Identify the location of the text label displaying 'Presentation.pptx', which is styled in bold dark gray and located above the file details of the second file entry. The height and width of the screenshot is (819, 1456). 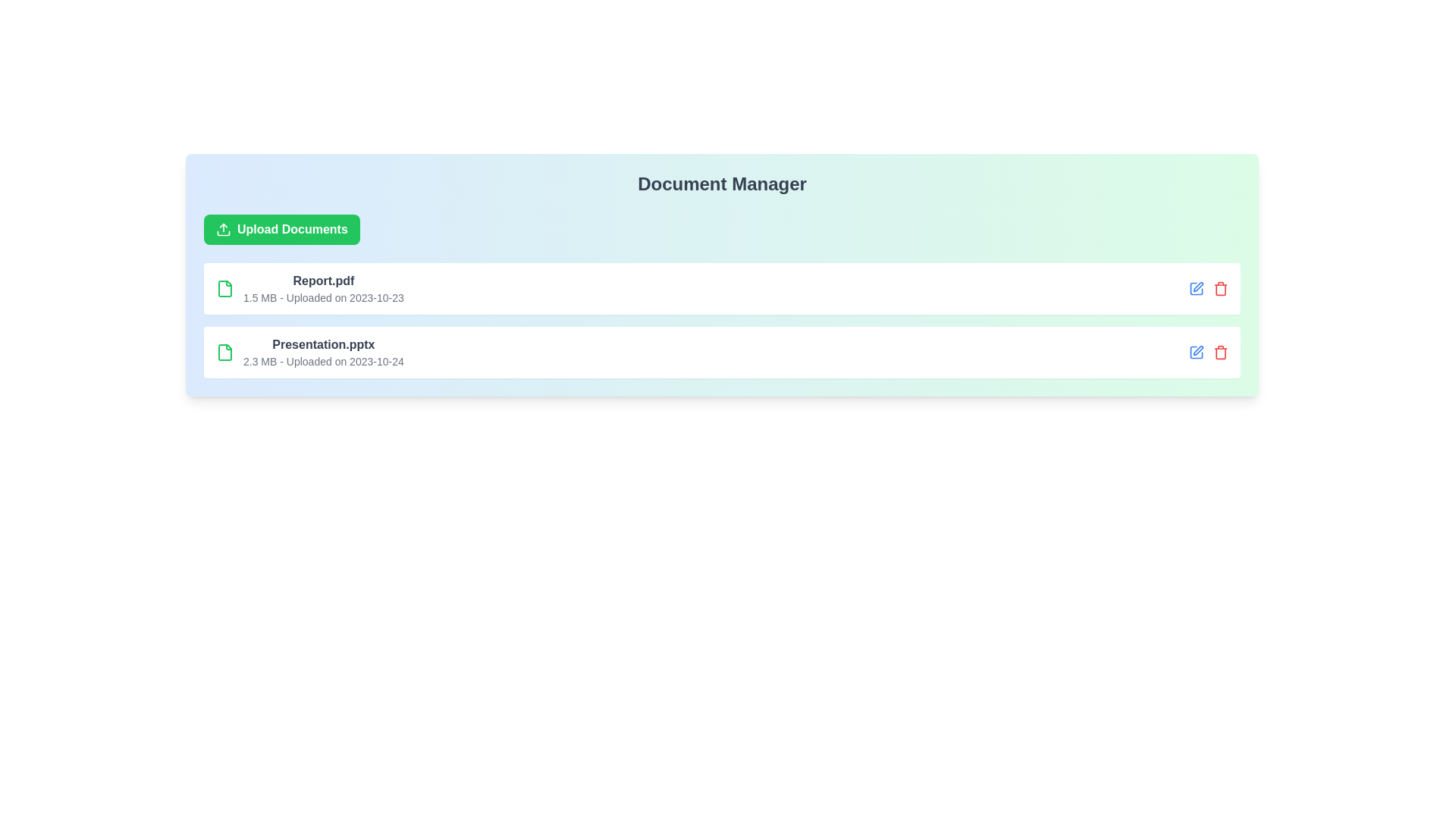
(322, 345).